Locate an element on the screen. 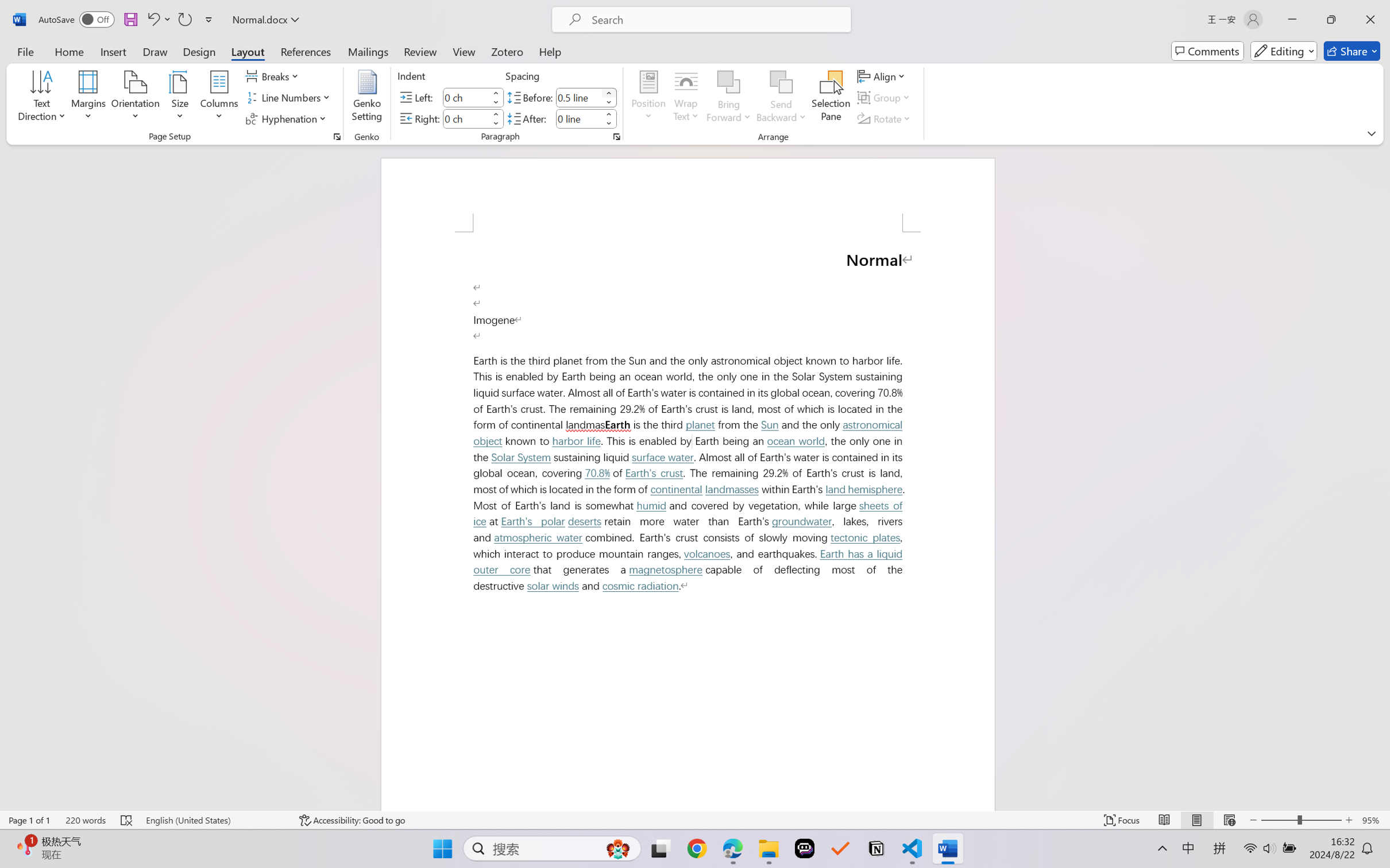 The width and height of the screenshot is (1390, 868). '70.8%' is located at coordinates (597, 472).